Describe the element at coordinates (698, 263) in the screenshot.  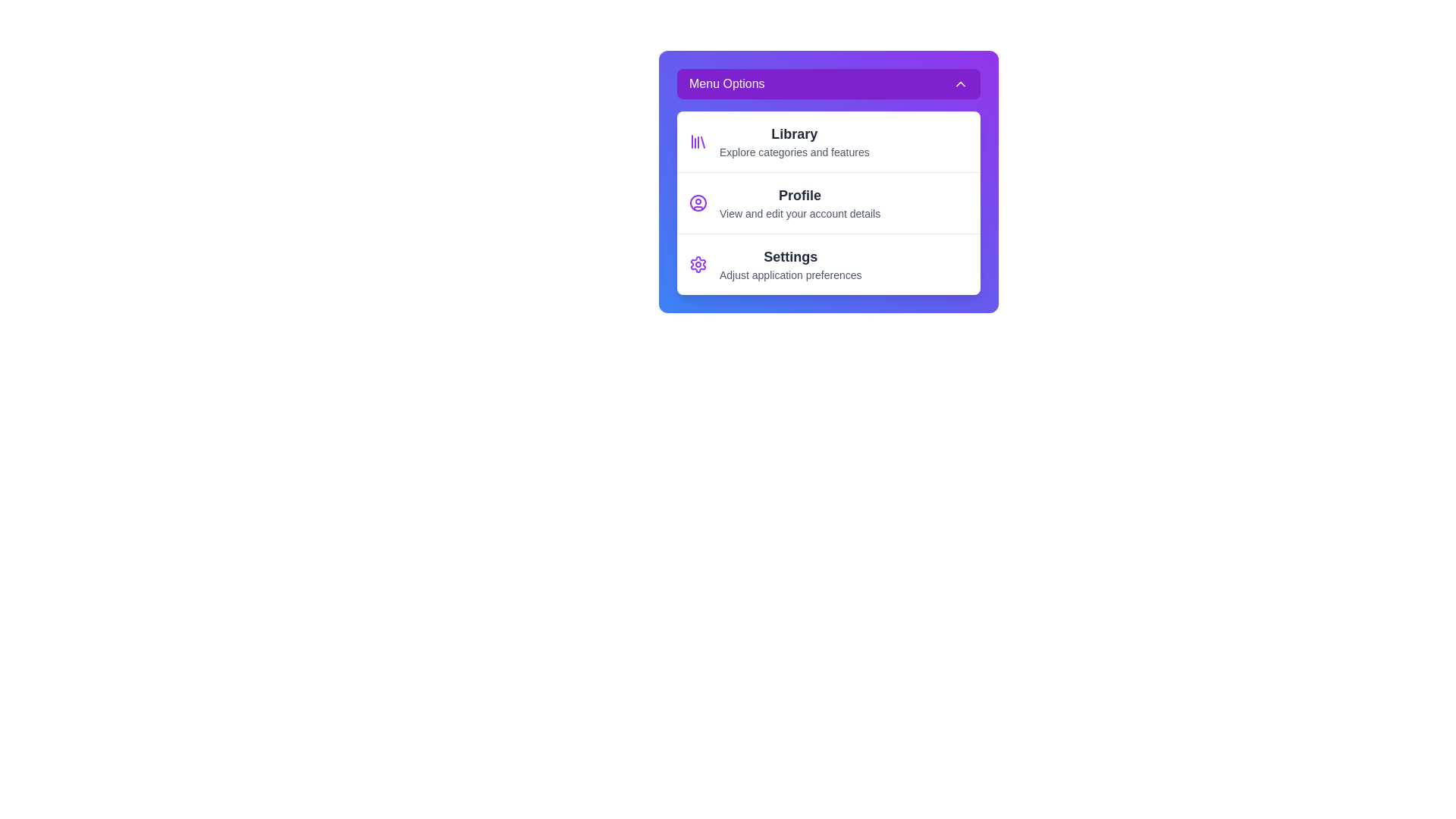
I see `the gear-shaped purple icon located to the left of the text 'Settings Adjust application preferences'` at that location.